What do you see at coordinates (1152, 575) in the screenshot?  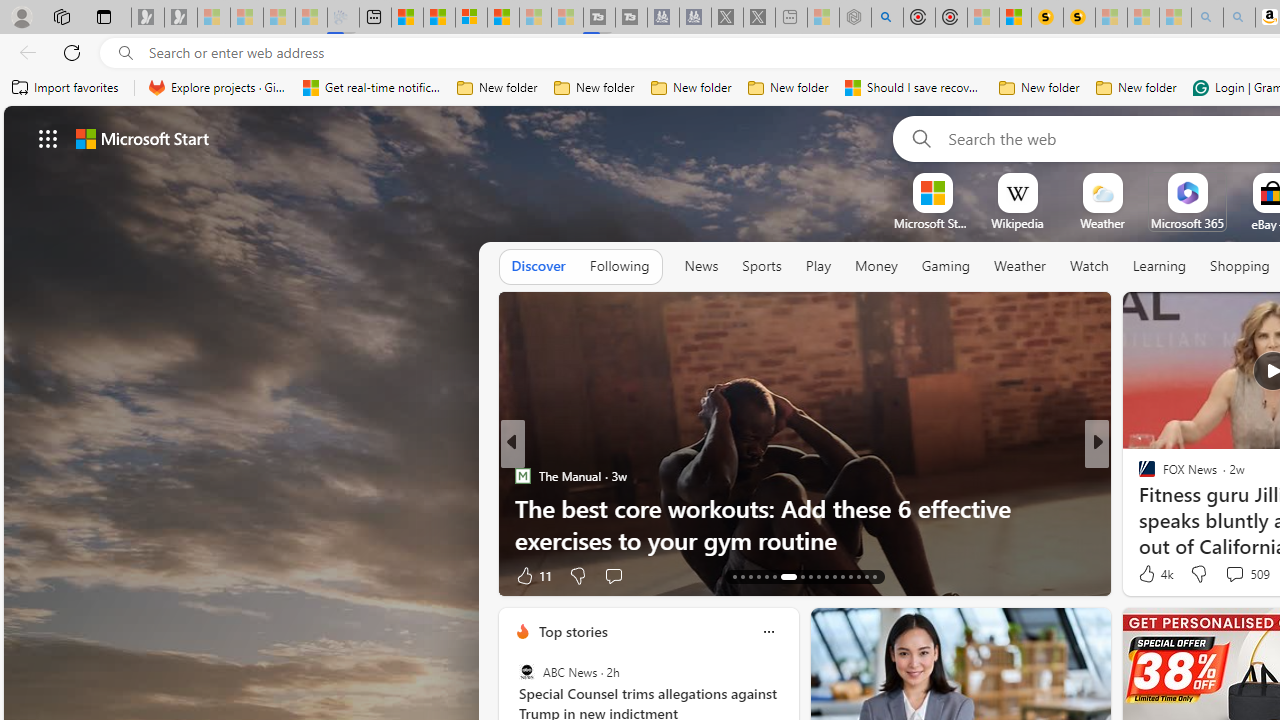 I see `'961 Like'` at bounding box center [1152, 575].